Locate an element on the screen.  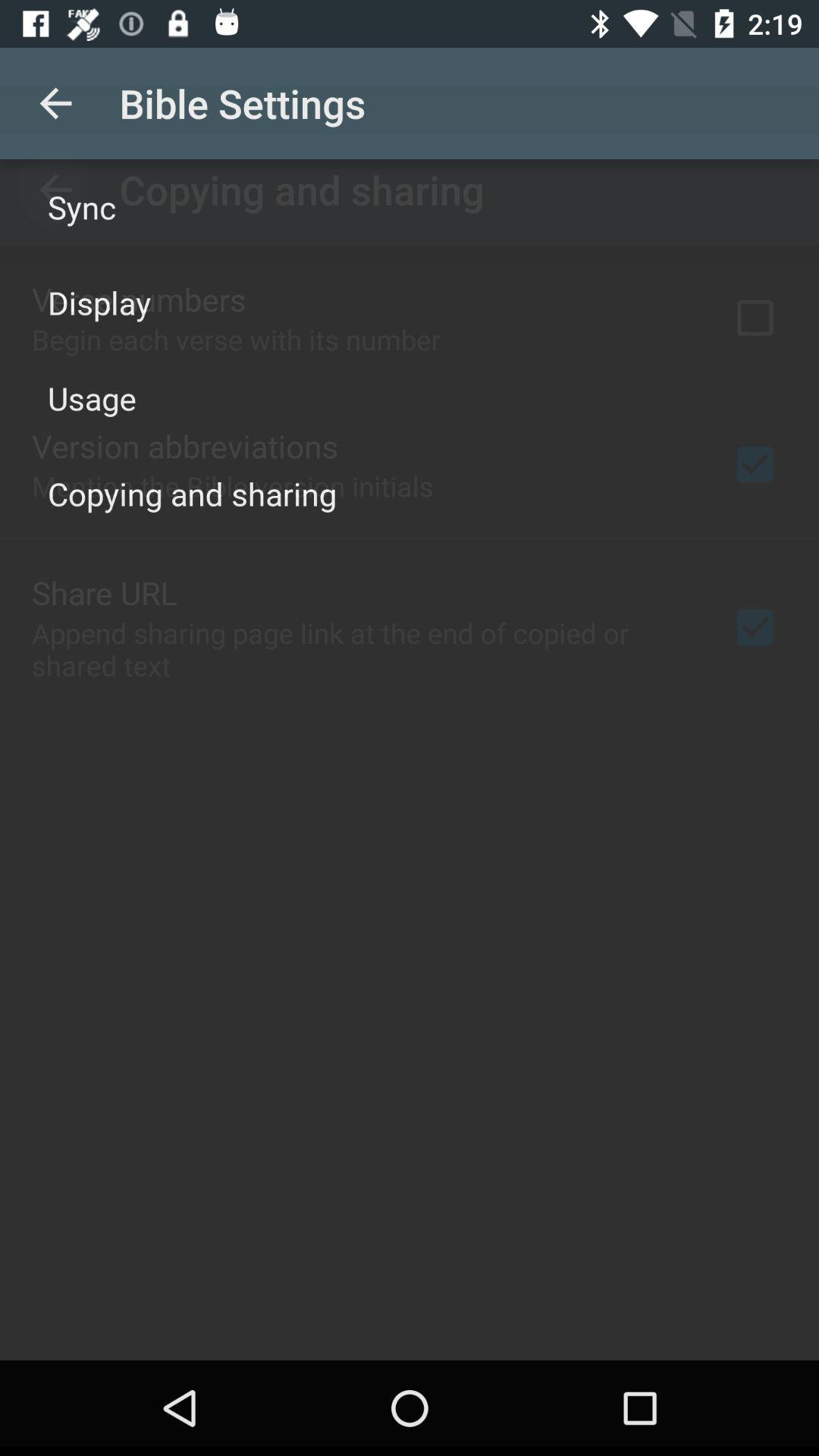
usage item is located at coordinates (92, 397).